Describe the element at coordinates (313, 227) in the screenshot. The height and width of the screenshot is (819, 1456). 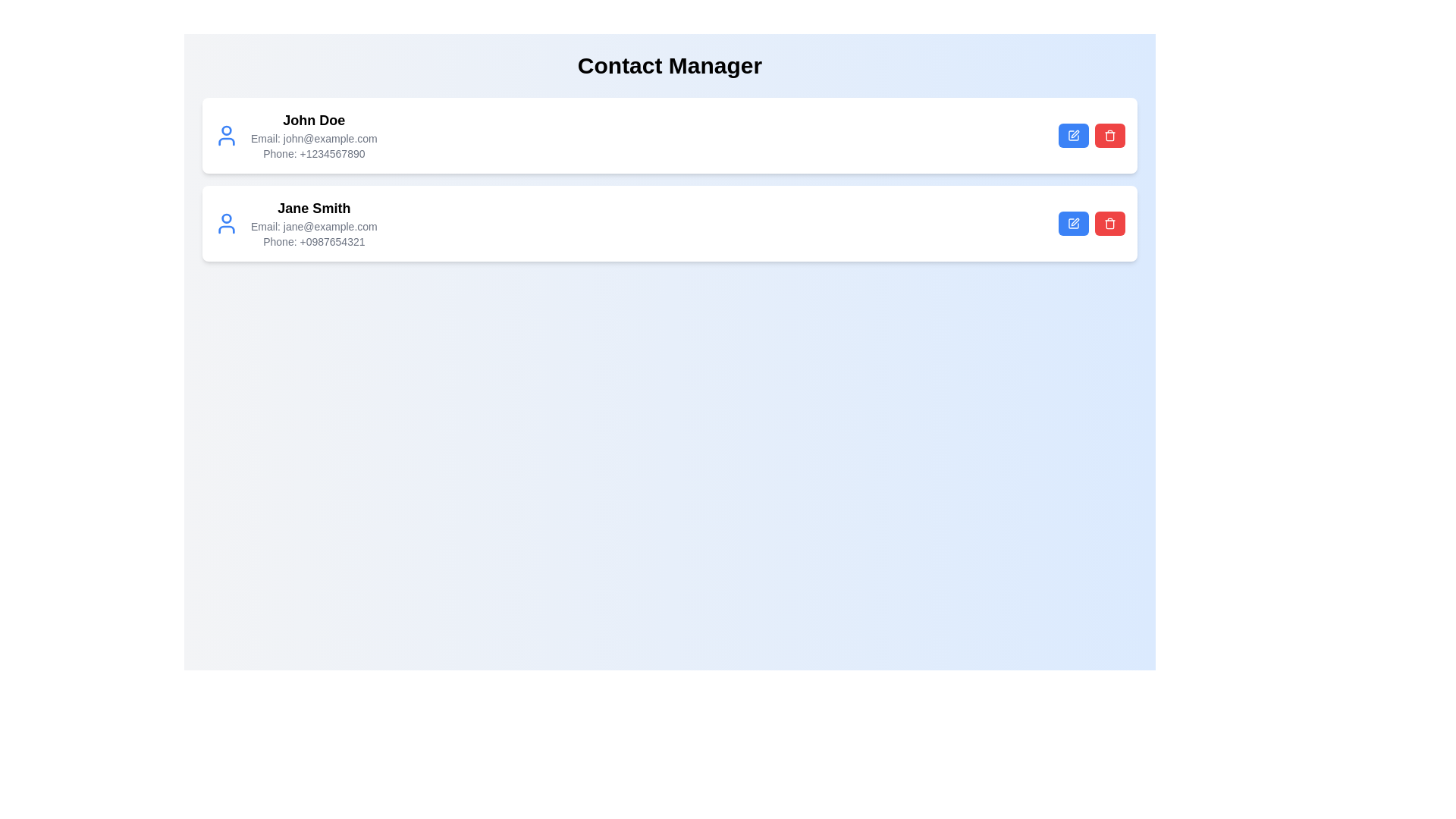
I see `the text label displaying 'Email: jane@example.com', which is styled in a small gray font and is positioned below 'Jane Smith' and above 'Phone: +0987654321'` at that location.